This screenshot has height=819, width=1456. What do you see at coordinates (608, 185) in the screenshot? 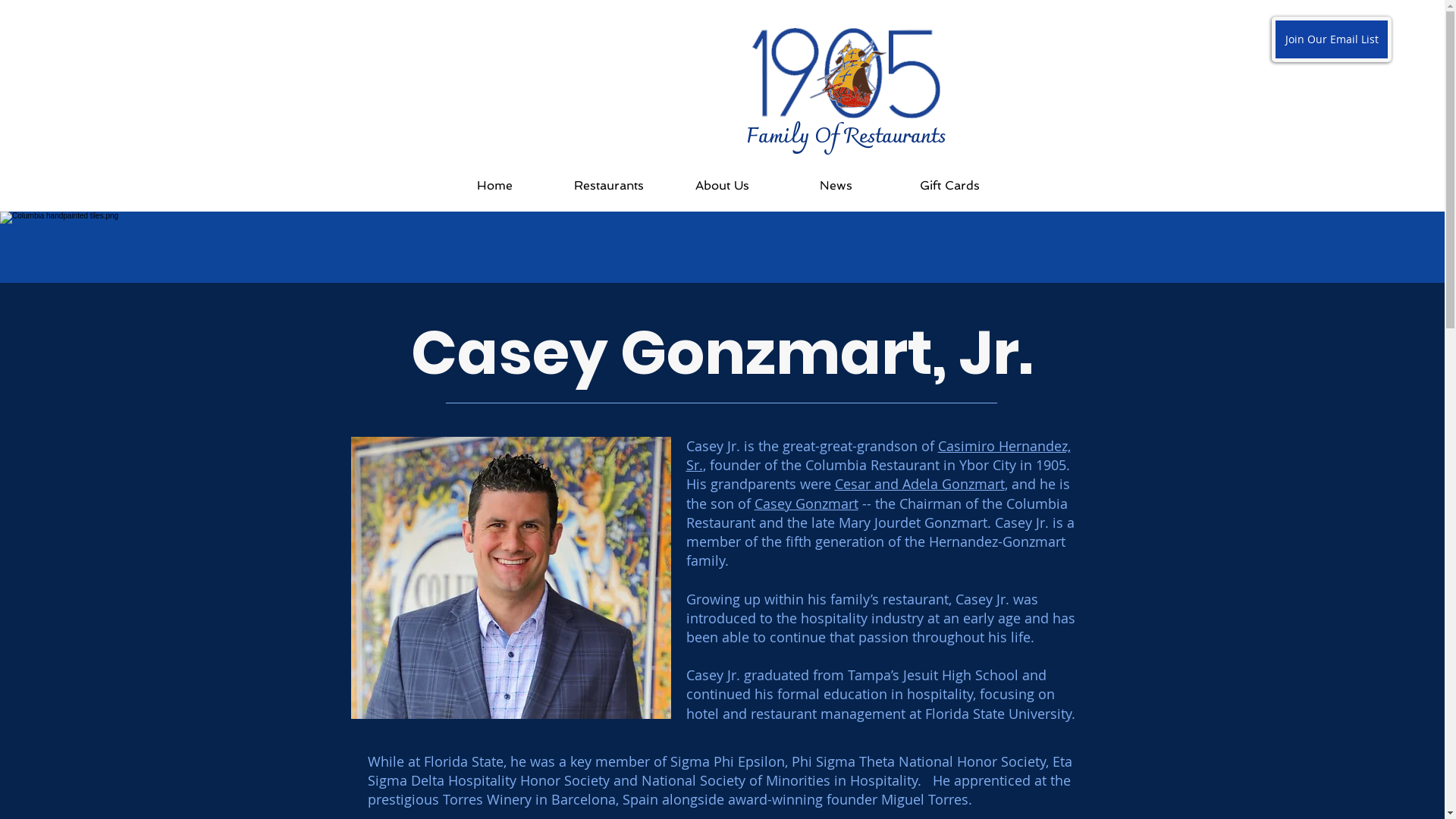
I see `'Restaurants'` at bounding box center [608, 185].